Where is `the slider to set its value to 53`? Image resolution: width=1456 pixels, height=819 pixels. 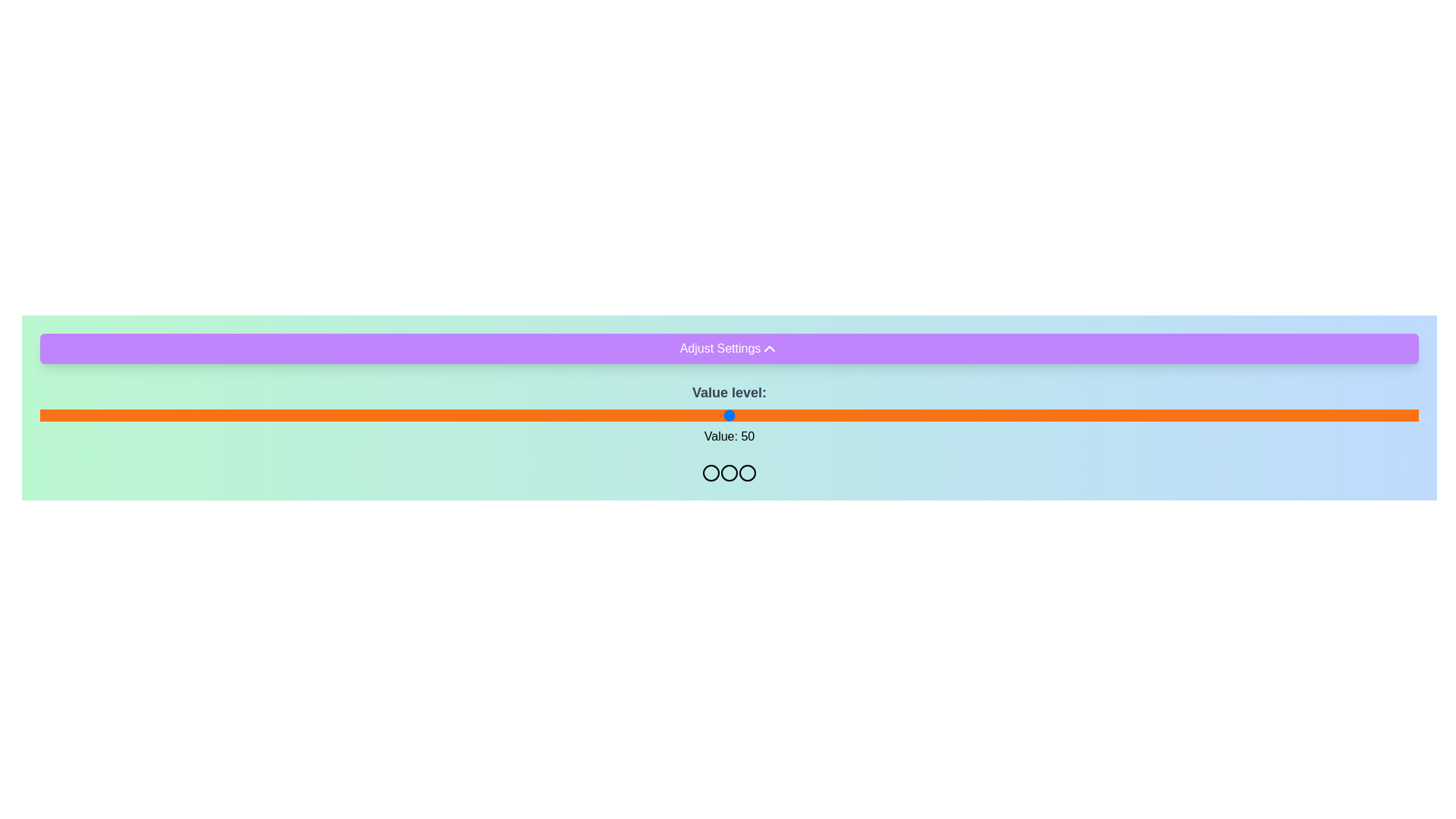 the slider to set its value to 53 is located at coordinates (770, 415).